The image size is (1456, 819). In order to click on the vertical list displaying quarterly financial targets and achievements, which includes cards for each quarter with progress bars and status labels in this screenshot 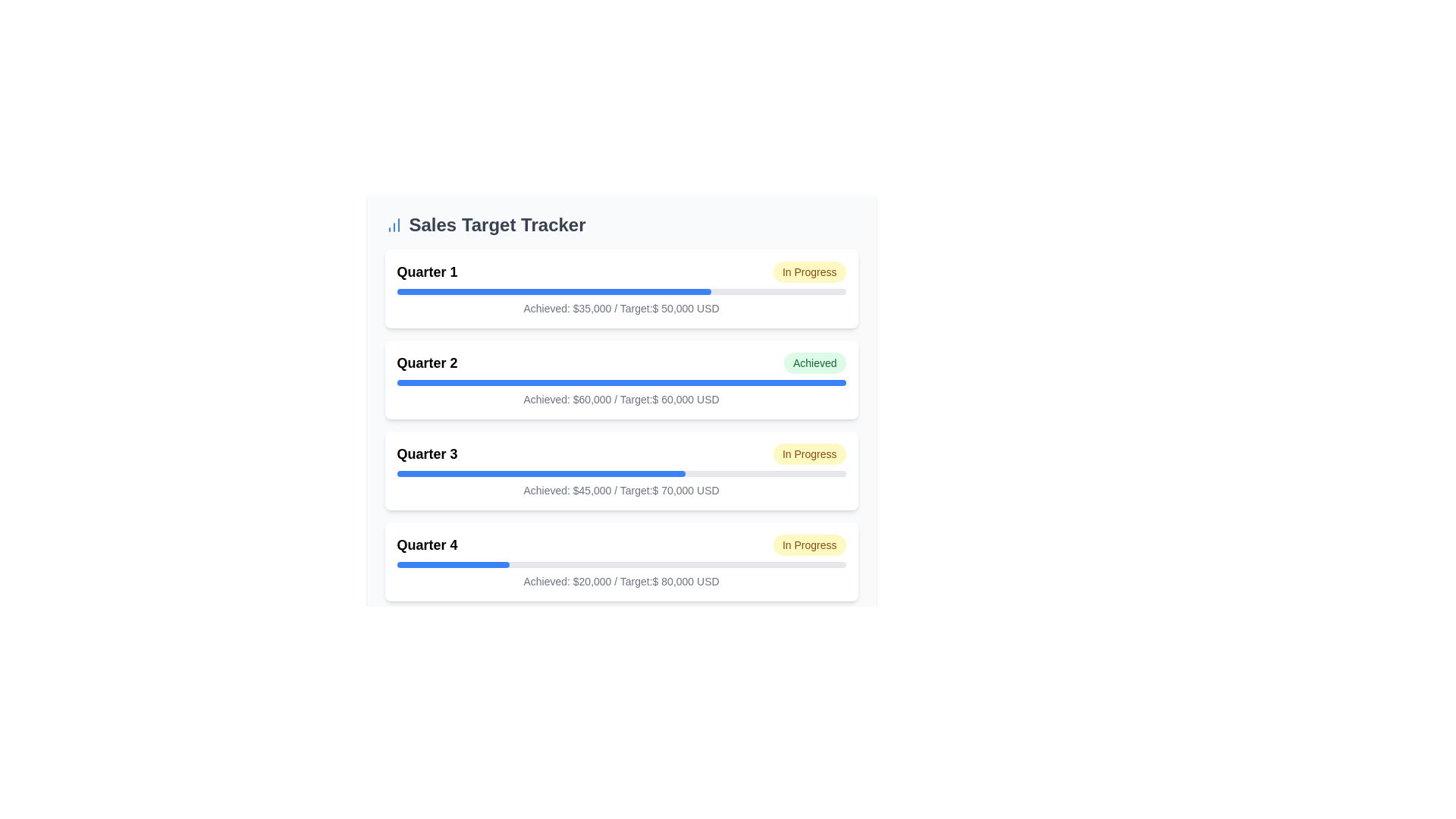, I will do `click(621, 425)`.